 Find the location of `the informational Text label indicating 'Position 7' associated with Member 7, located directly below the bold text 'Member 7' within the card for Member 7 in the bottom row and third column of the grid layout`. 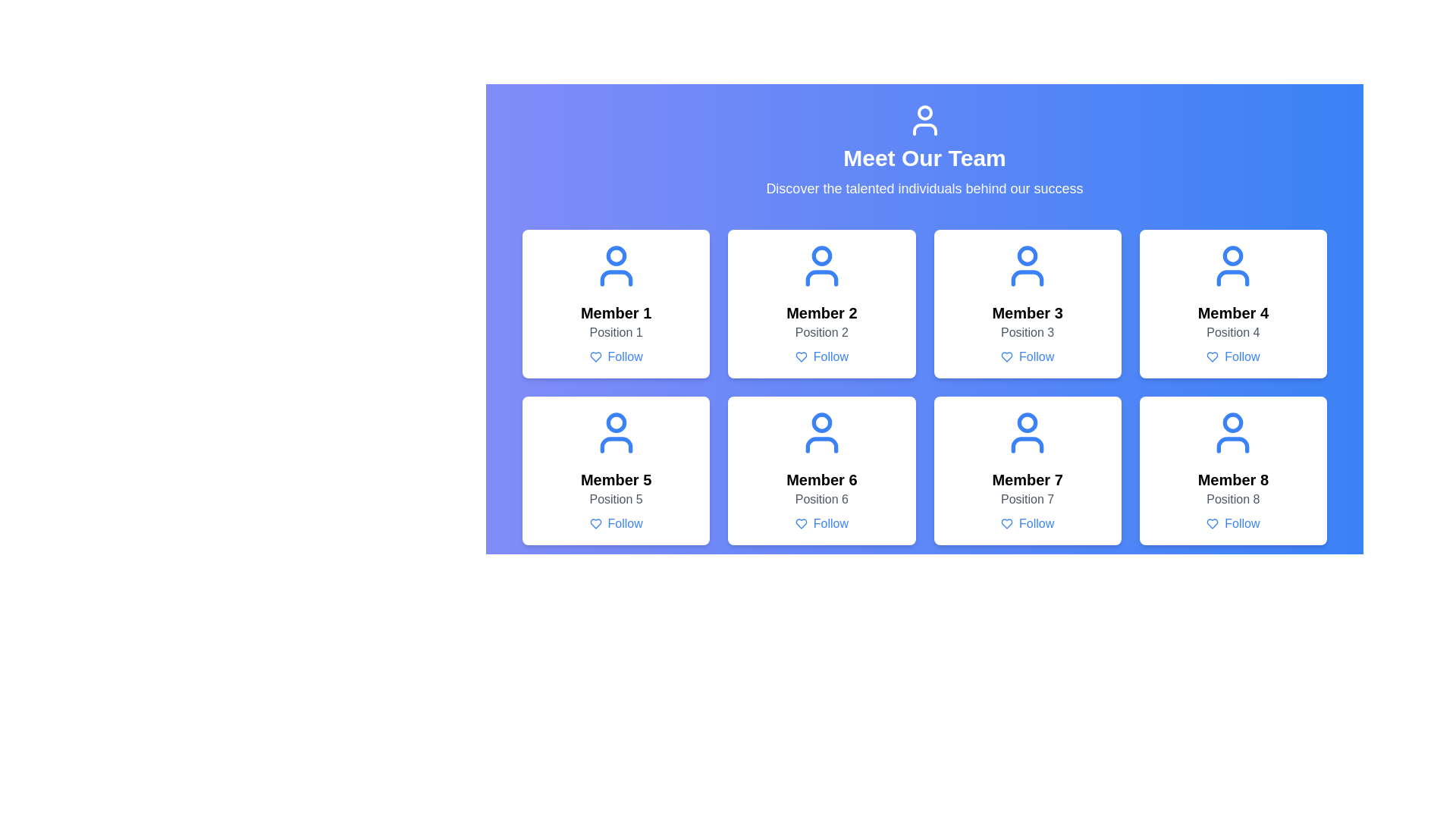

the informational Text label indicating 'Position 7' associated with Member 7, located directly below the bold text 'Member 7' within the card for Member 7 in the bottom row and third column of the grid layout is located at coordinates (1028, 500).